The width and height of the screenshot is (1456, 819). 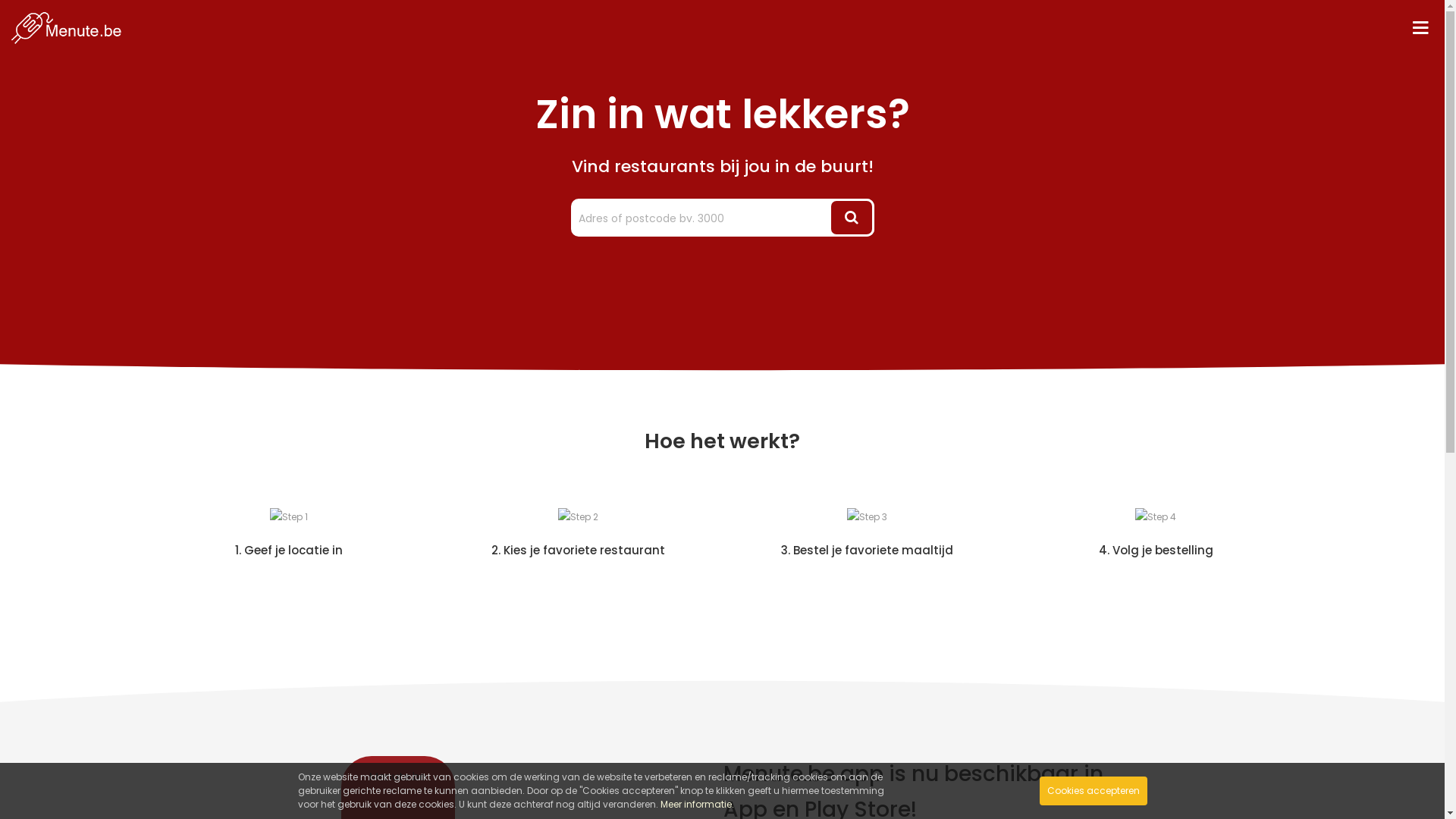 I want to click on 'Meer informatie.', so click(x=659, y=803).